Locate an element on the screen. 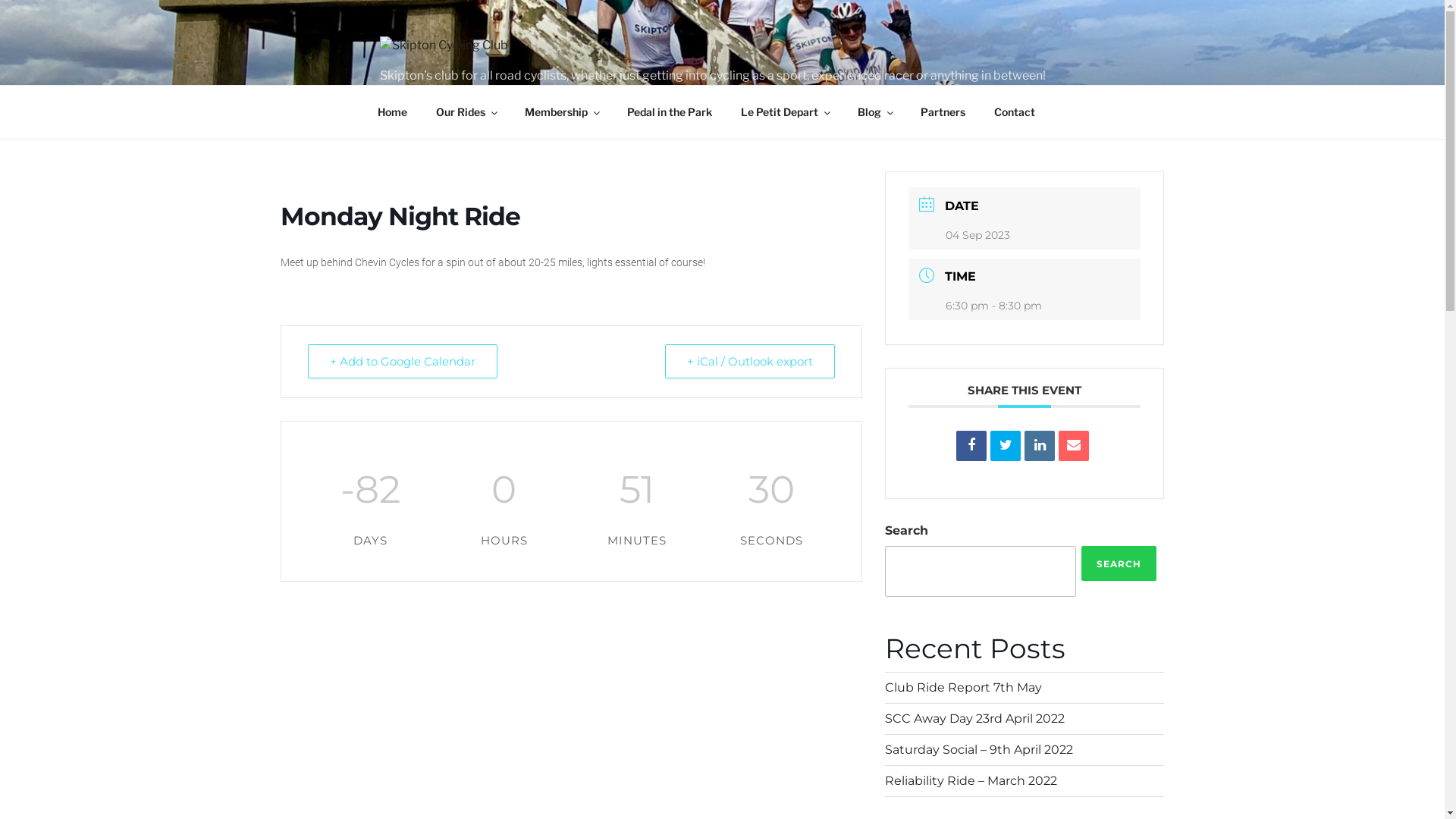 The width and height of the screenshot is (1456, 819). 'Le Petit Depart' is located at coordinates (785, 111).